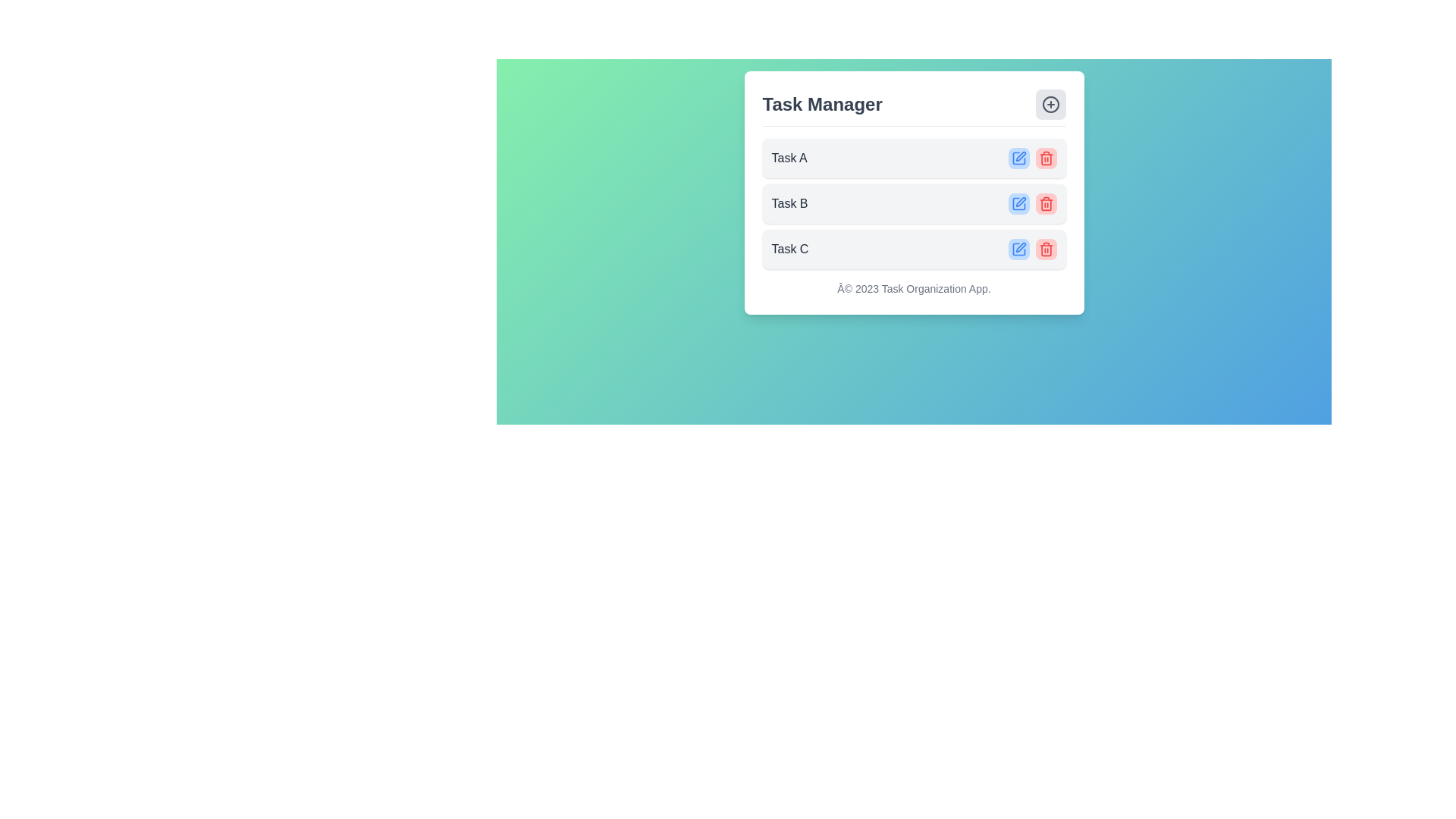 This screenshot has height=819, width=1456. What do you see at coordinates (1050, 104) in the screenshot?
I see `the circular plus sign icon located at the top-right corner of the task manager interface to visualize its interactive state` at bounding box center [1050, 104].